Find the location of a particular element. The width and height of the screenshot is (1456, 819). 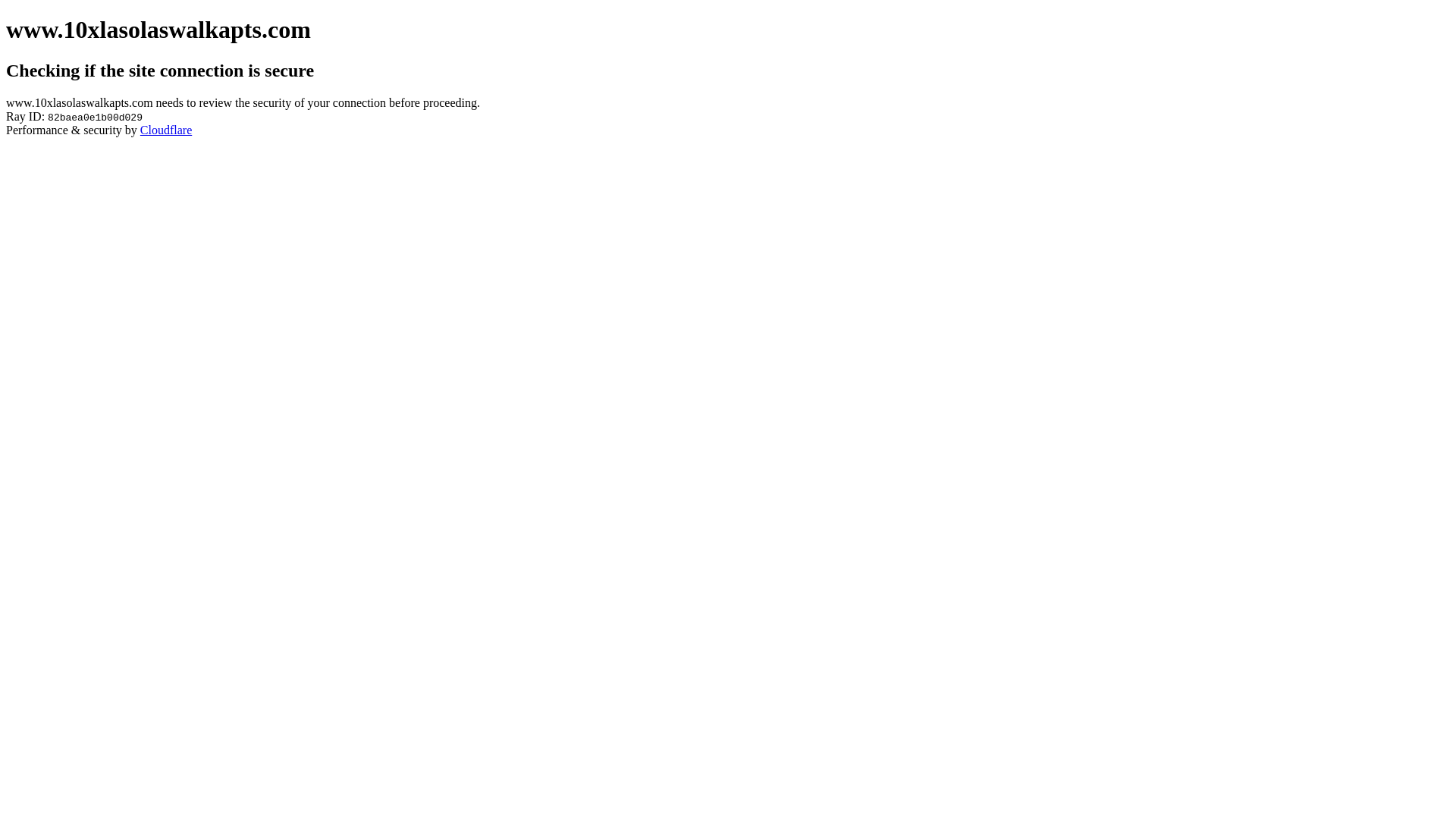

'Cloudflare' is located at coordinates (166, 129).